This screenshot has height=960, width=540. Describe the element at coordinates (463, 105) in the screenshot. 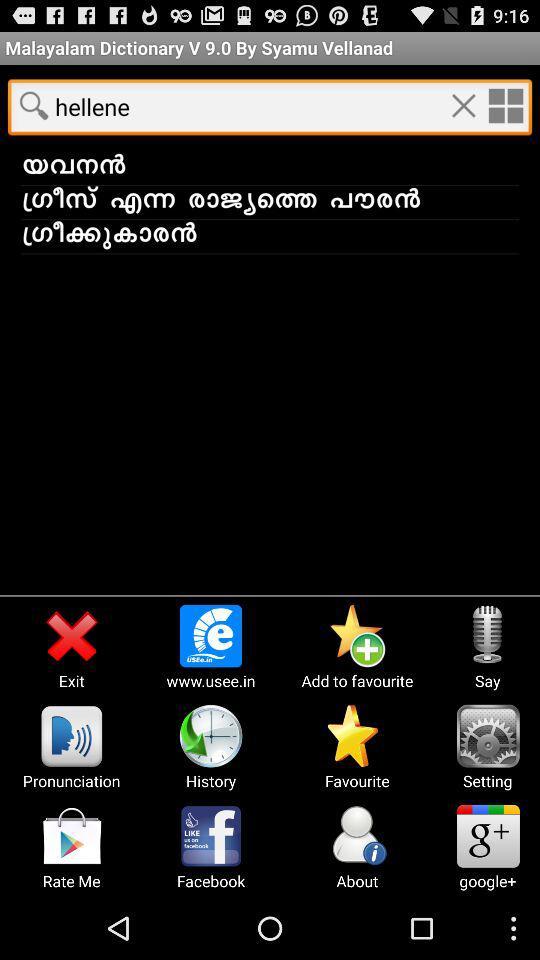

I see `cancel` at that location.